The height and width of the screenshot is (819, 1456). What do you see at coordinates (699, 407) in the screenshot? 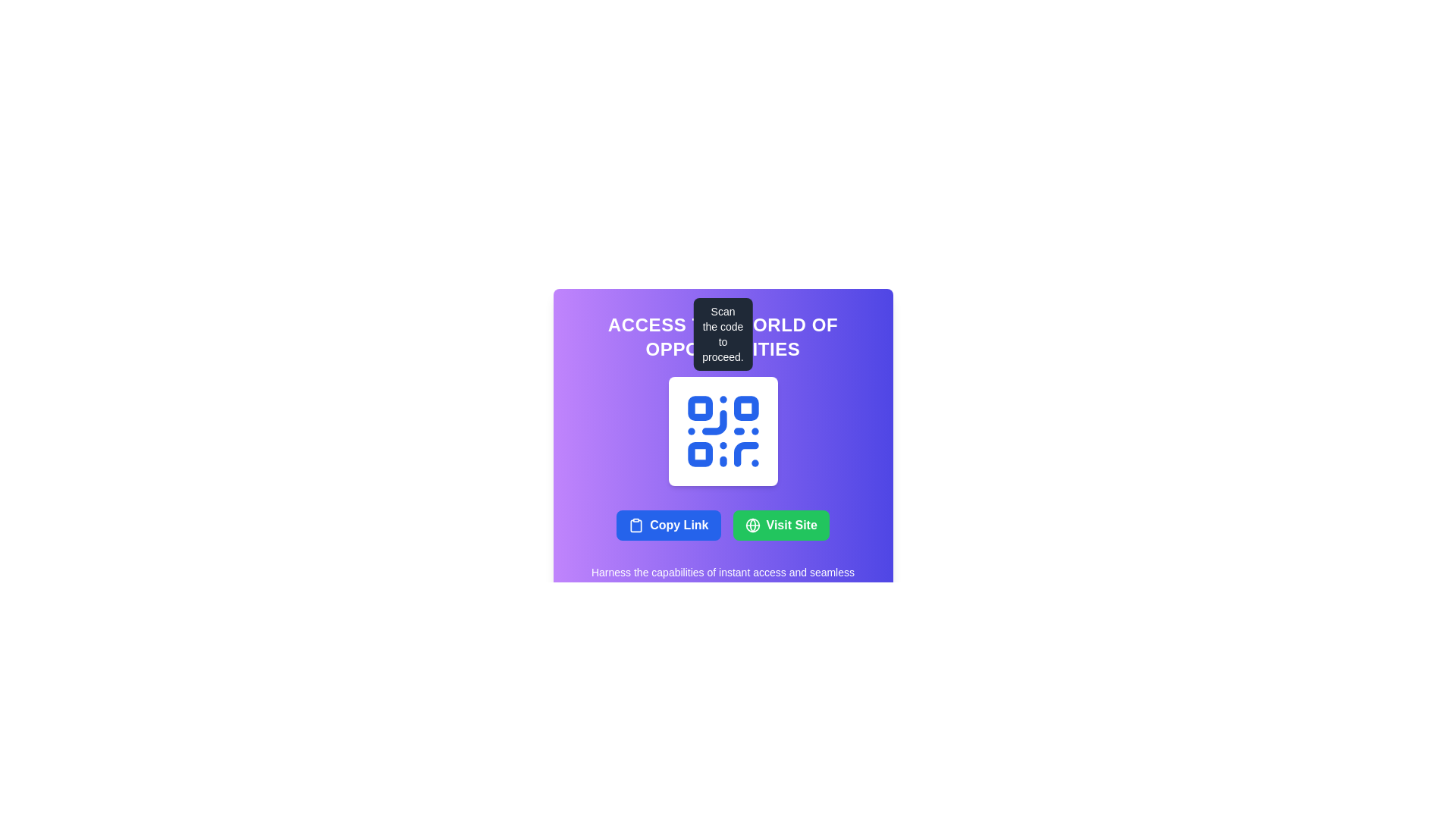
I see `the top-left square block of the QR code graphic, which is part of the scannable pattern` at bounding box center [699, 407].